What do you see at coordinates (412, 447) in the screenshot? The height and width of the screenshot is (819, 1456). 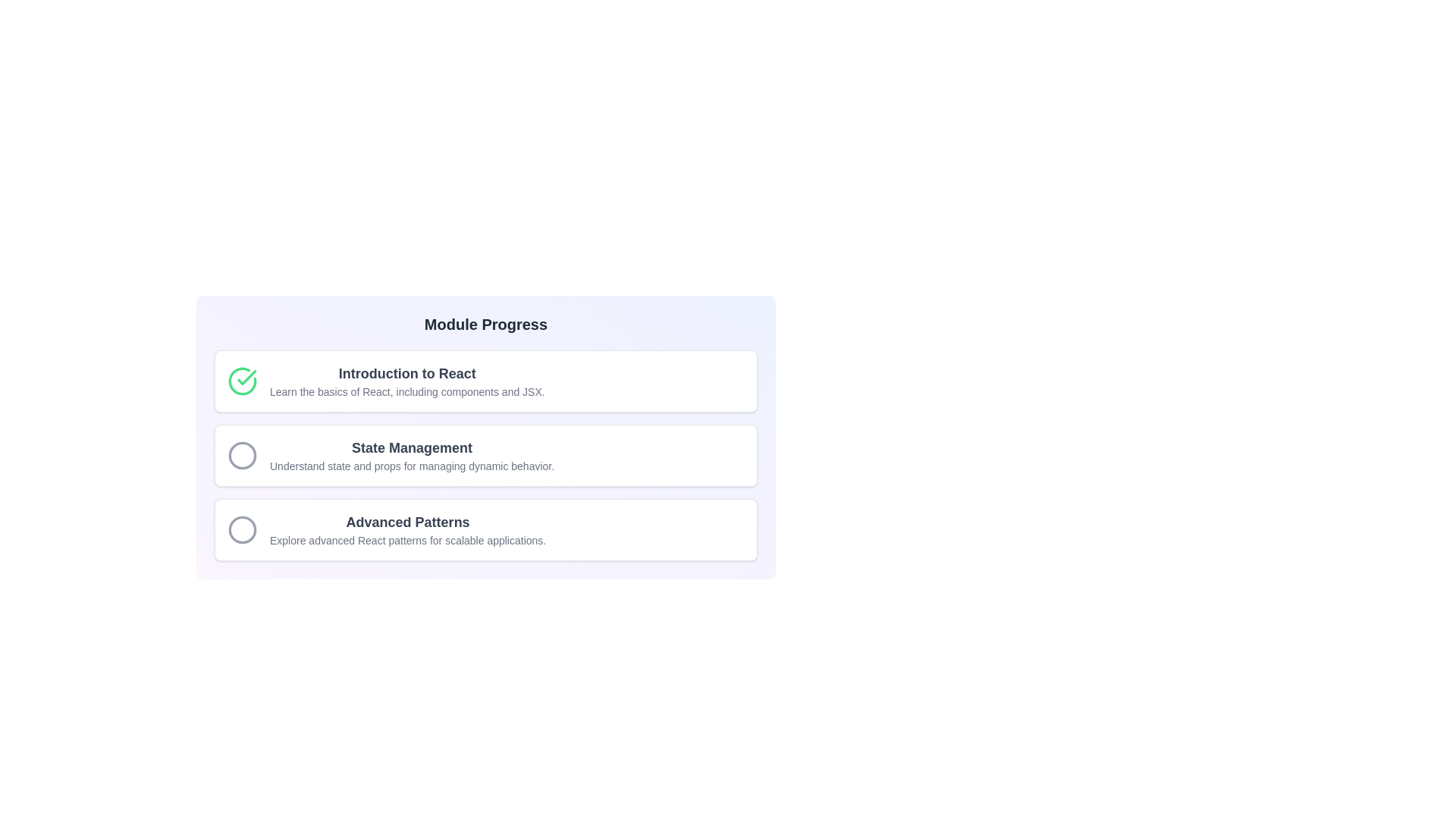 I see `text from the title label located in the middle section of the list interface, positioned below 'Introduction to React' and above 'Advanced Patterns'` at bounding box center [412, 447].